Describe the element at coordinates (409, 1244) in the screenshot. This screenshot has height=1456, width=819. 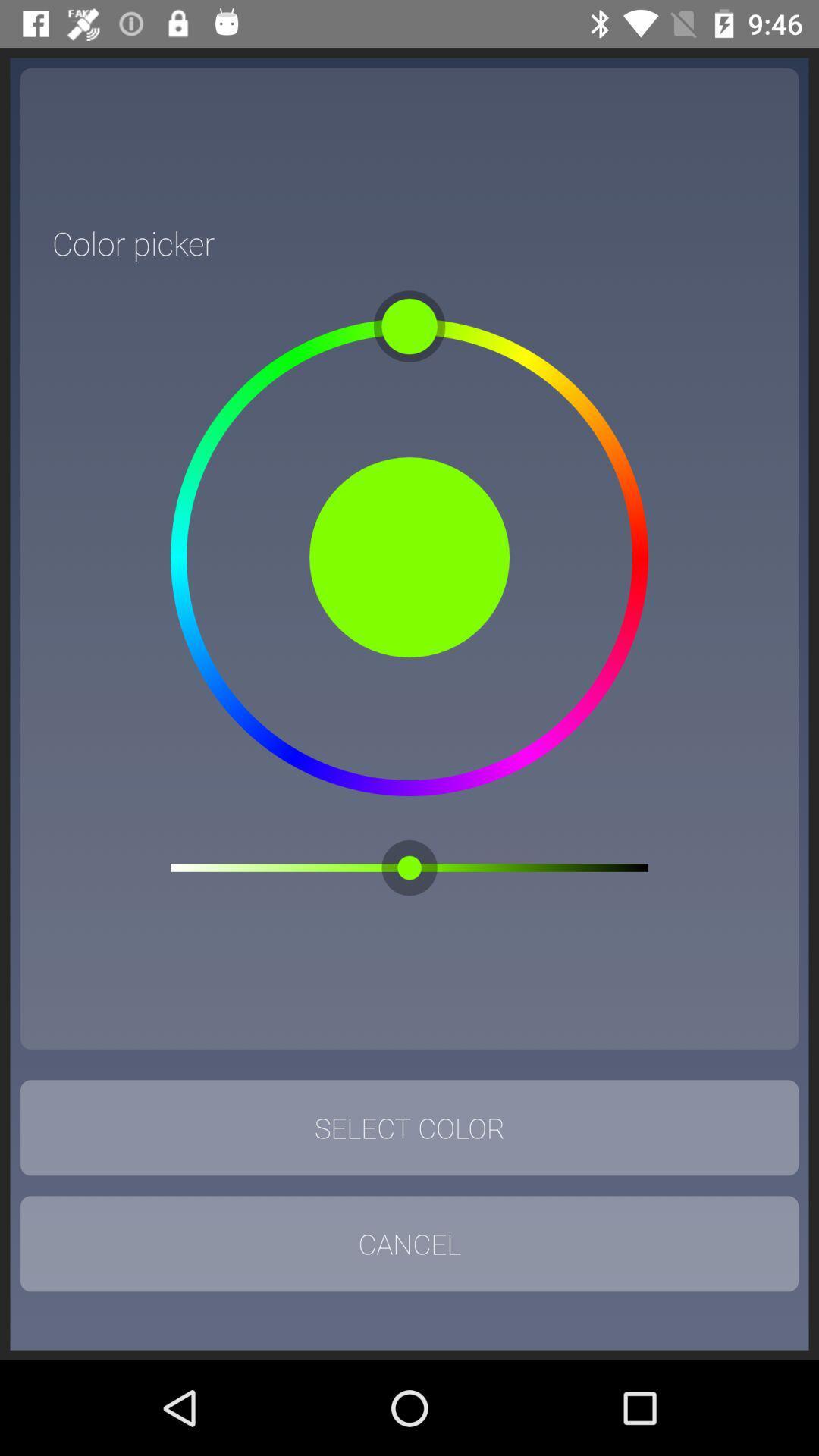
I see `cancel` at that location.